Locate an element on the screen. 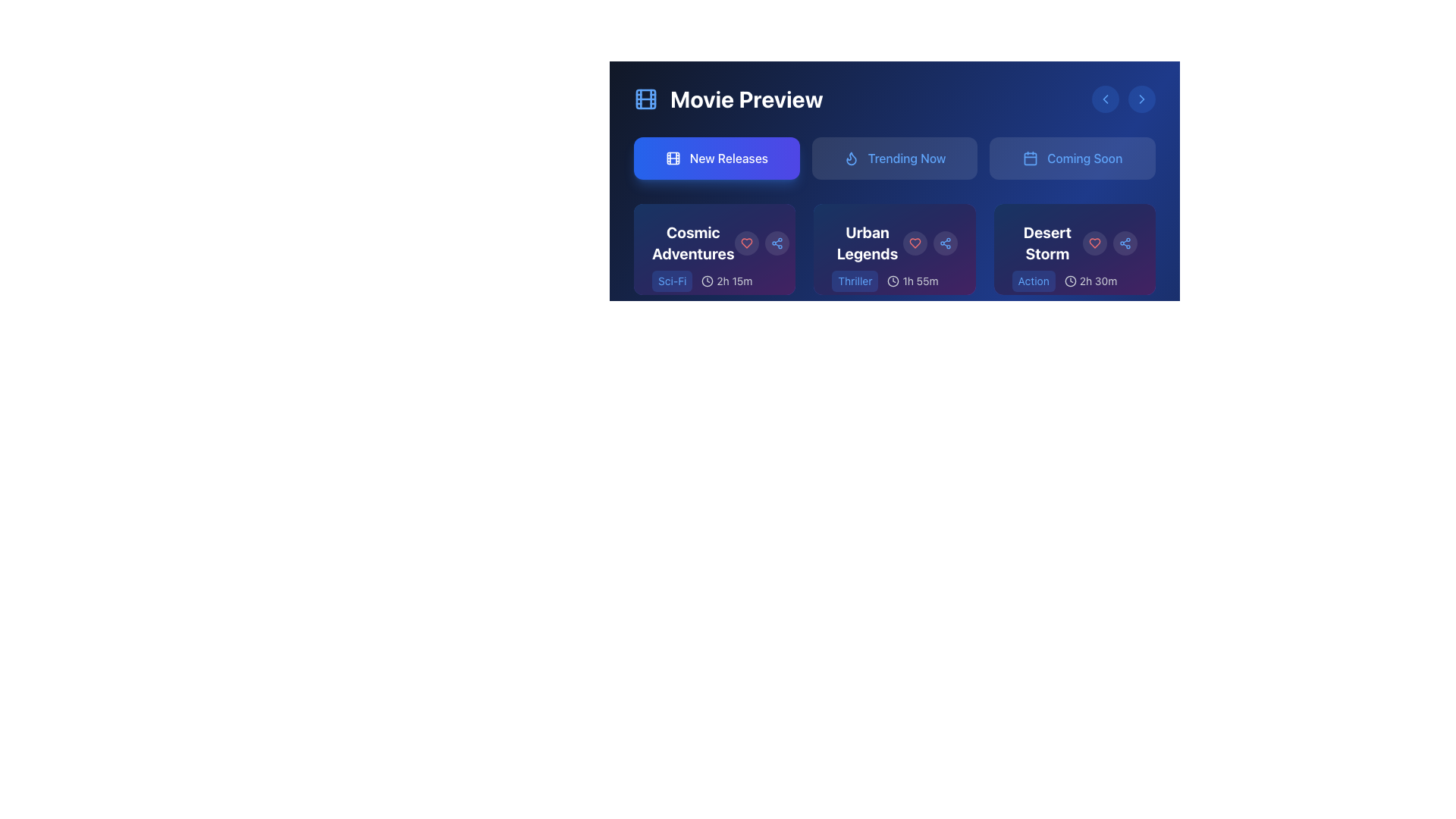  the duration icon located at the bottom-left section of the 'Cosmic Adventures' movie card, adjacent to the '2h 15m' duration label is located at coordinates (707, 281).